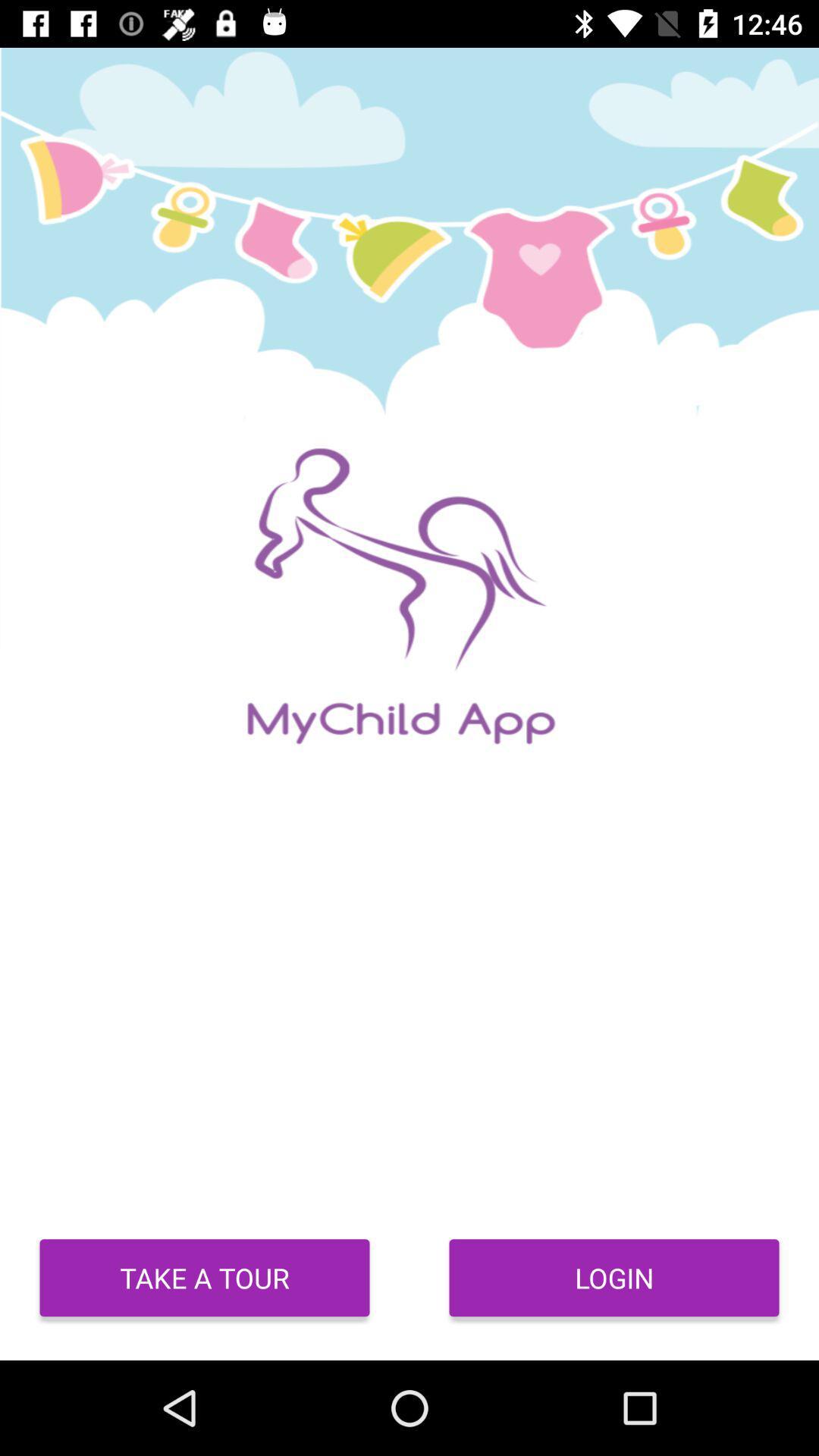 This screenshot has width=819, height=1456. What do you see at coordinates (205, 1277) in the screenshot?
I see `take a tour icon` at bounding box center [205, 1277].